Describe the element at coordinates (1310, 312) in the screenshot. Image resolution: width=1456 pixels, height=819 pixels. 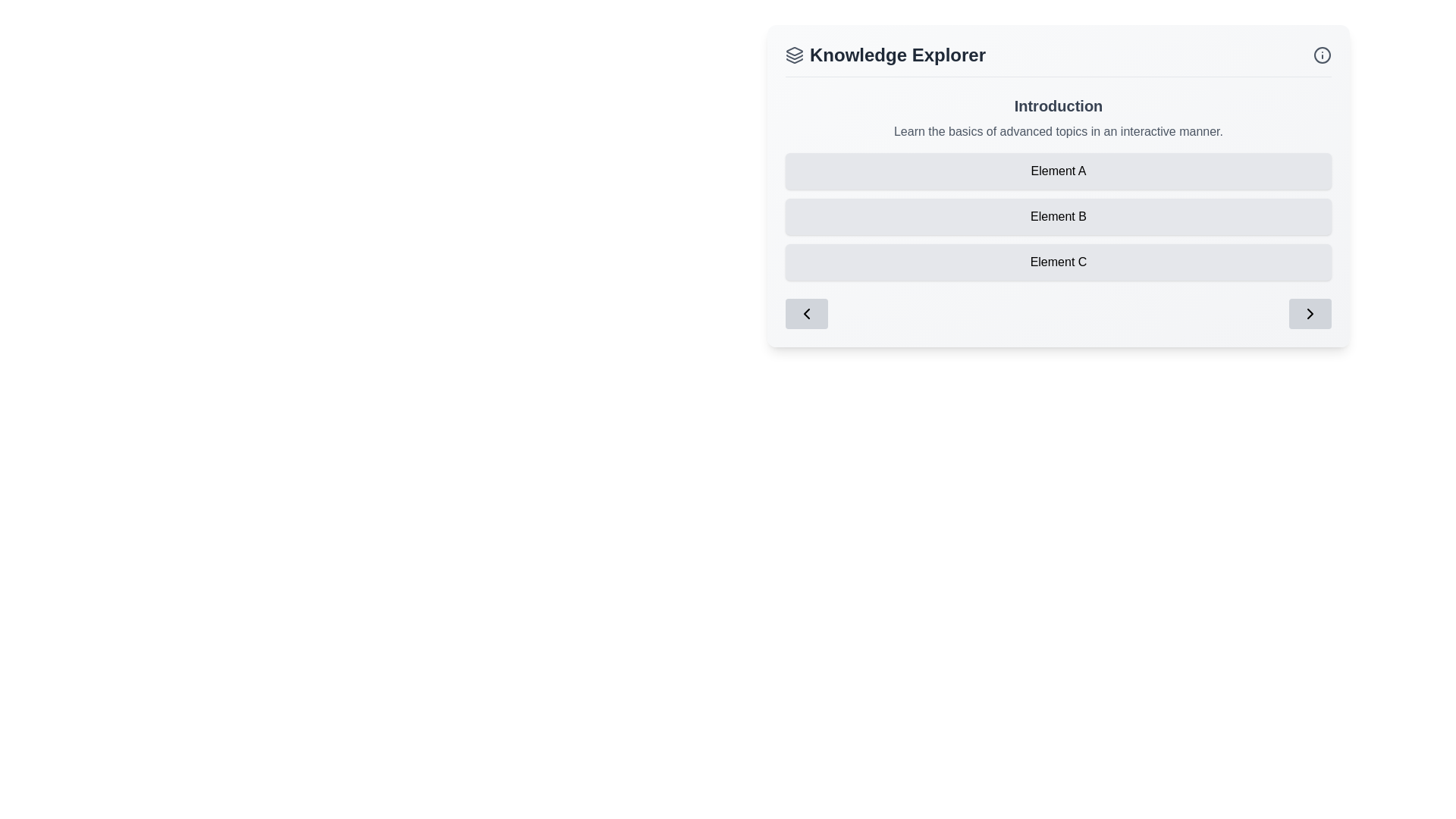
I see `the right-facing chevron icon located at the lower right corner of the panel` at that location.